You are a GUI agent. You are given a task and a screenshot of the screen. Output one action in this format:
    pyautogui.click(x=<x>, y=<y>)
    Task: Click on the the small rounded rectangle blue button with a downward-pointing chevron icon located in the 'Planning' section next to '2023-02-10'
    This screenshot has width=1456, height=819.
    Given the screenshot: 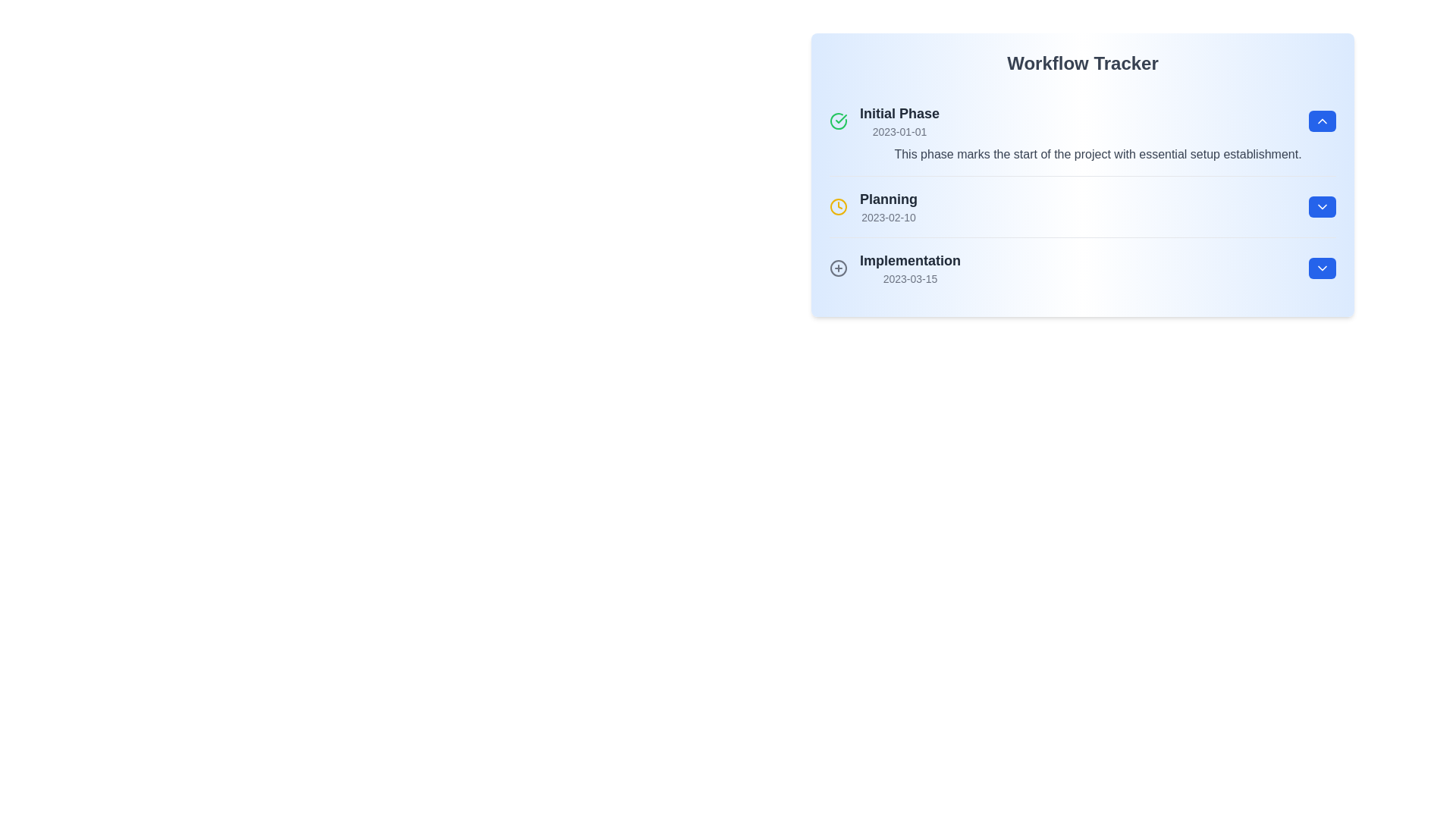 What is the action you would take?
    pyautogui.click(x=1321, y=207)
    